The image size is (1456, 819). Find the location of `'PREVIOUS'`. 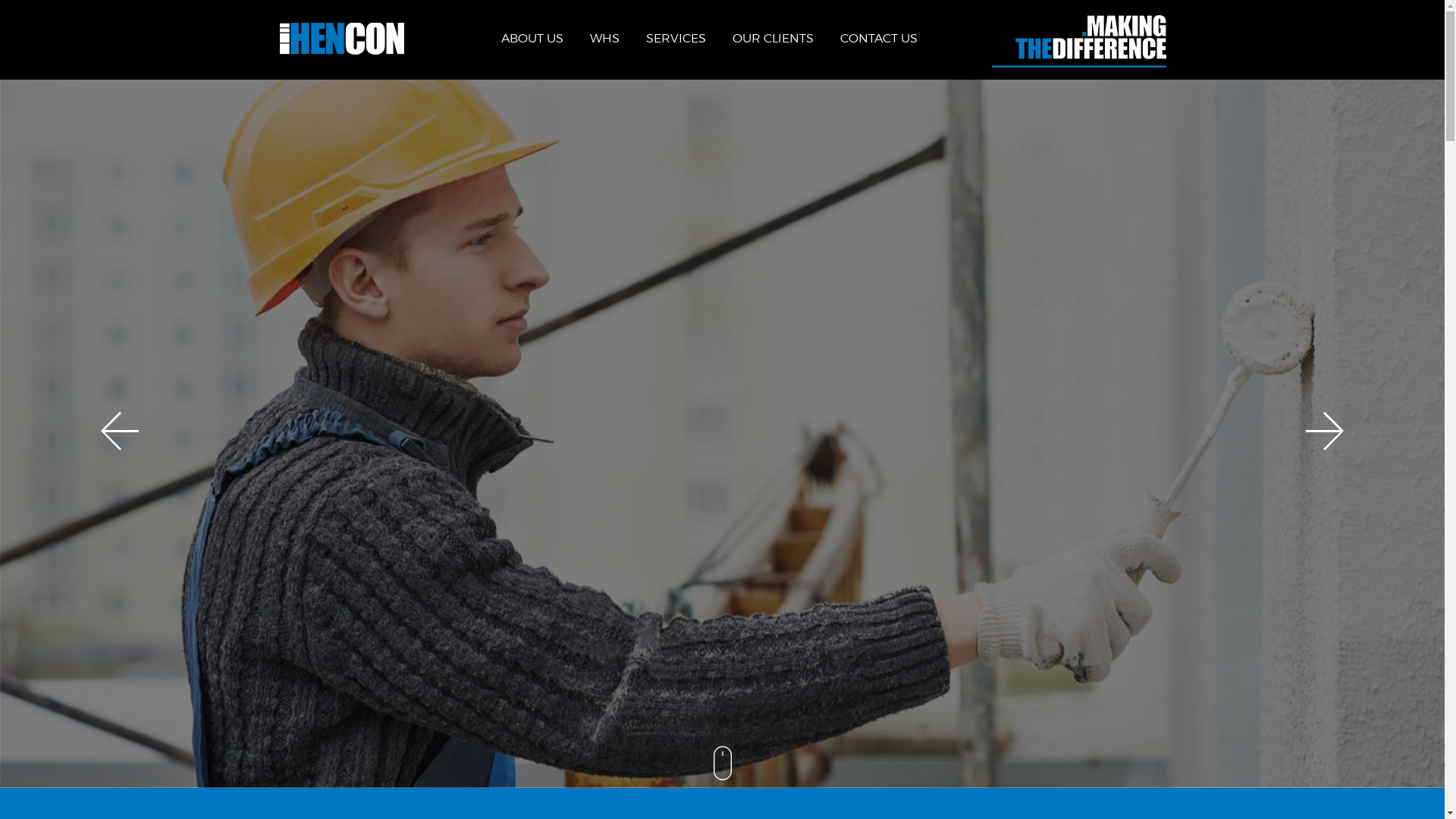

'PREVIOUS' is located at coordinates (119, 431).